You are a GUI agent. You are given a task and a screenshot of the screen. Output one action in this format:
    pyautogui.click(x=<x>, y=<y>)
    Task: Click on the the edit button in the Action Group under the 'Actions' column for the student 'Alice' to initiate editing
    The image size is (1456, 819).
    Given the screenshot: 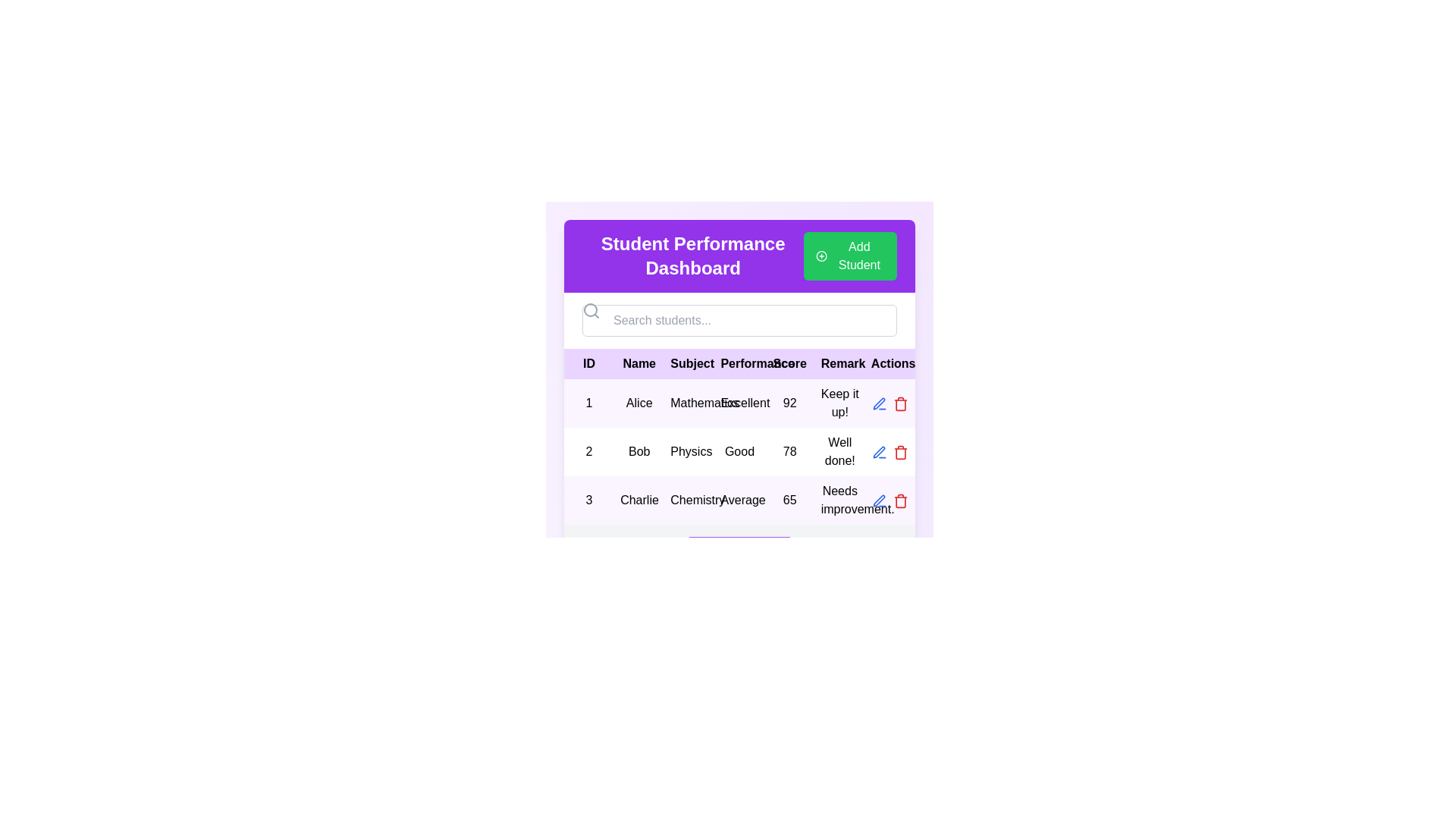 What is the action you would take?
    pyautogui.click(x=890, y=403)
    